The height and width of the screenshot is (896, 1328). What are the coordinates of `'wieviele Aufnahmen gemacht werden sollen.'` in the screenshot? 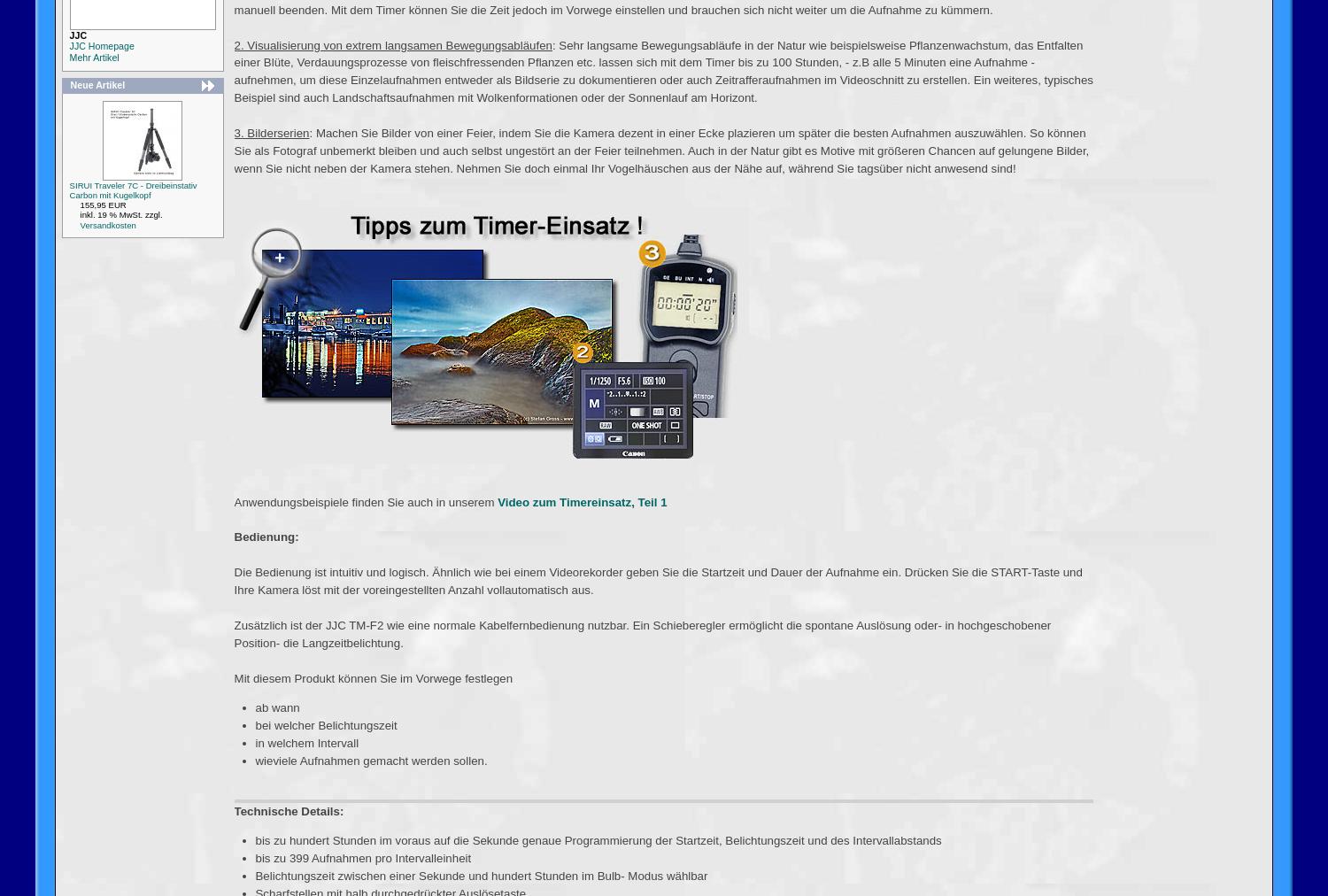 It's located at (370, 759).